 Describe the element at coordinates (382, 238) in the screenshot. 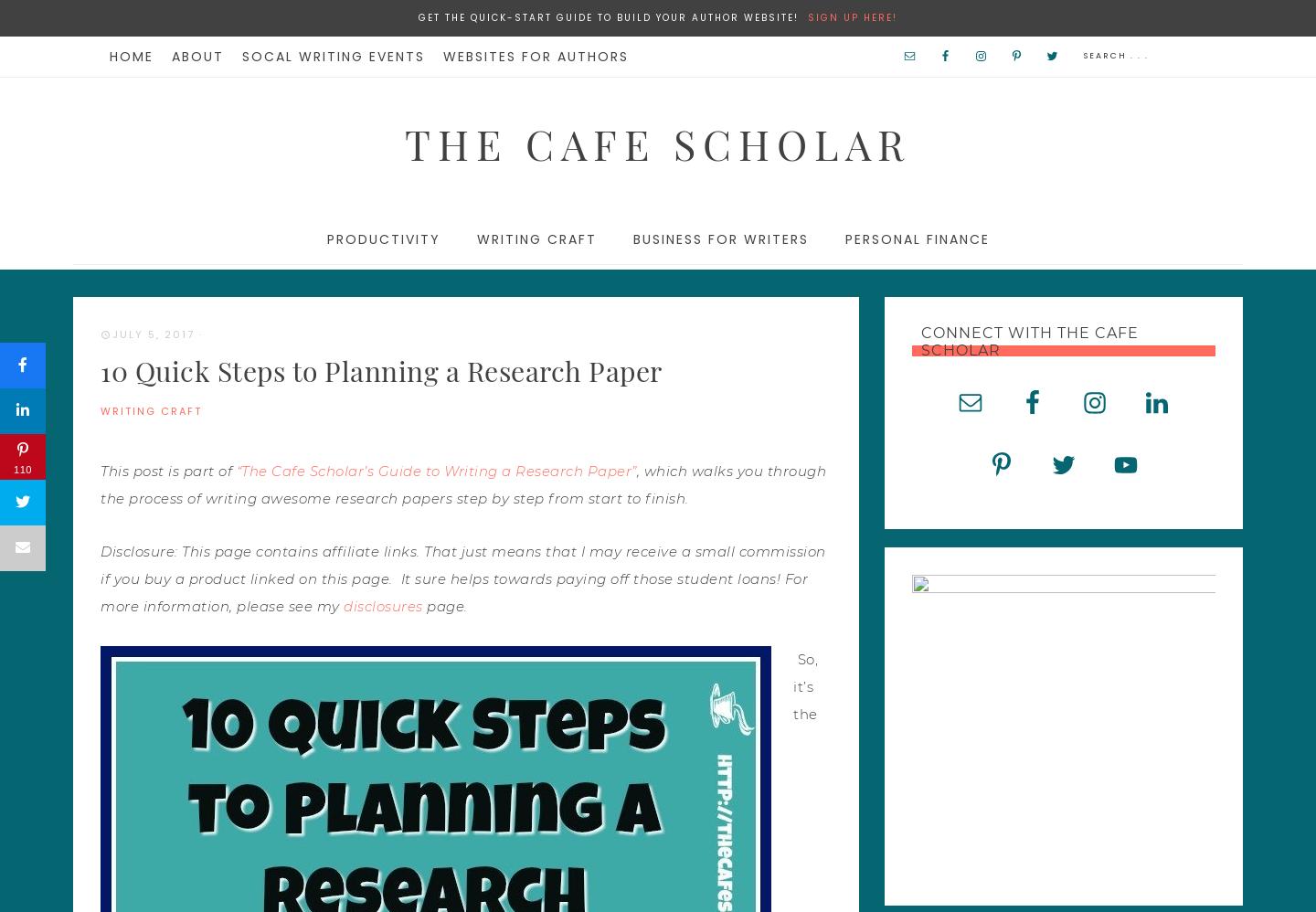

I see `'Productivity'` at that location.